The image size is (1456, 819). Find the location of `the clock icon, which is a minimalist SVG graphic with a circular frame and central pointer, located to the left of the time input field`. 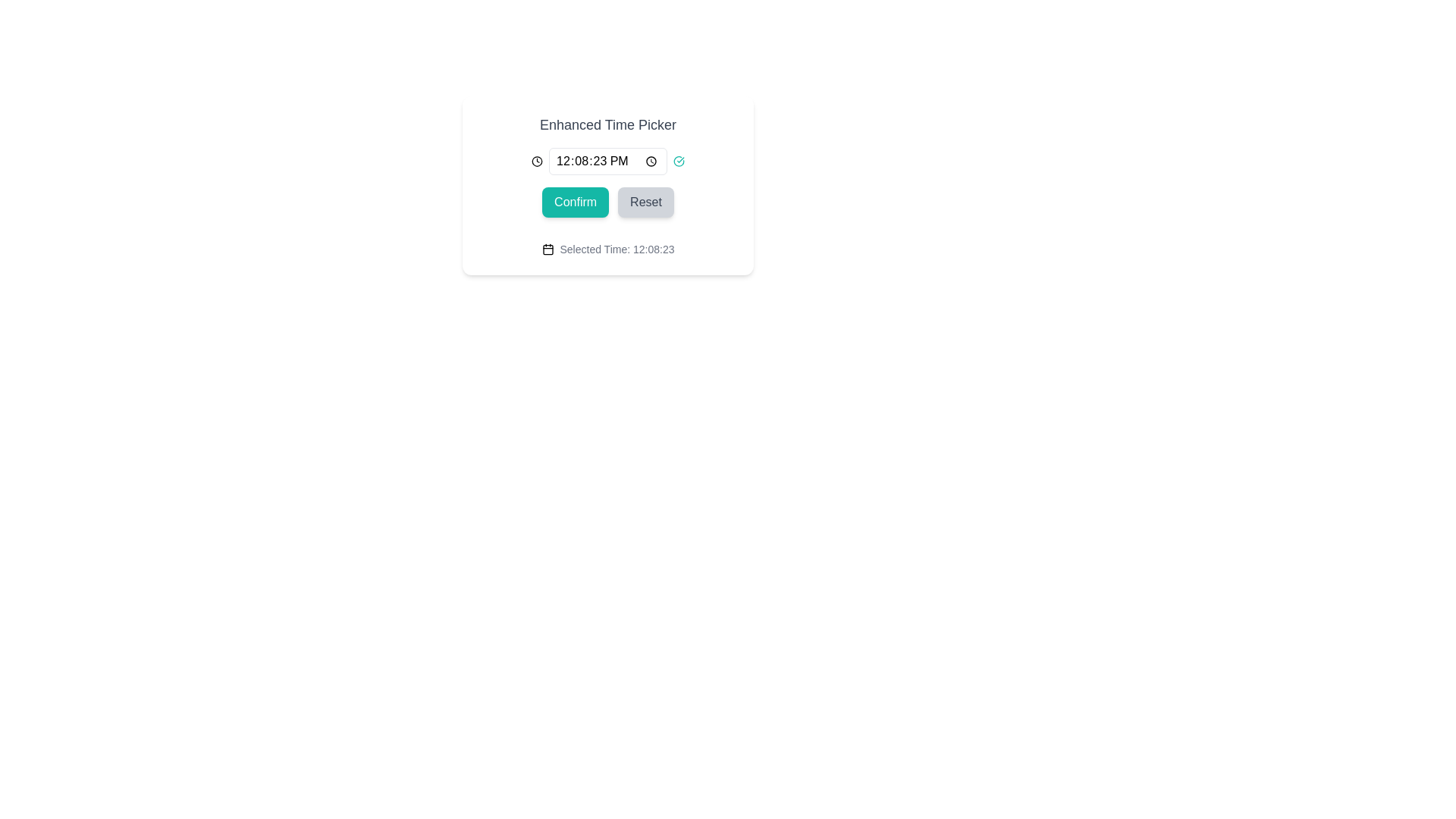

the clock icon, which is a minimalist SVG graphic with a circular frame and central pointer, located to the left of the time input field is located at coordinates (537, 161).